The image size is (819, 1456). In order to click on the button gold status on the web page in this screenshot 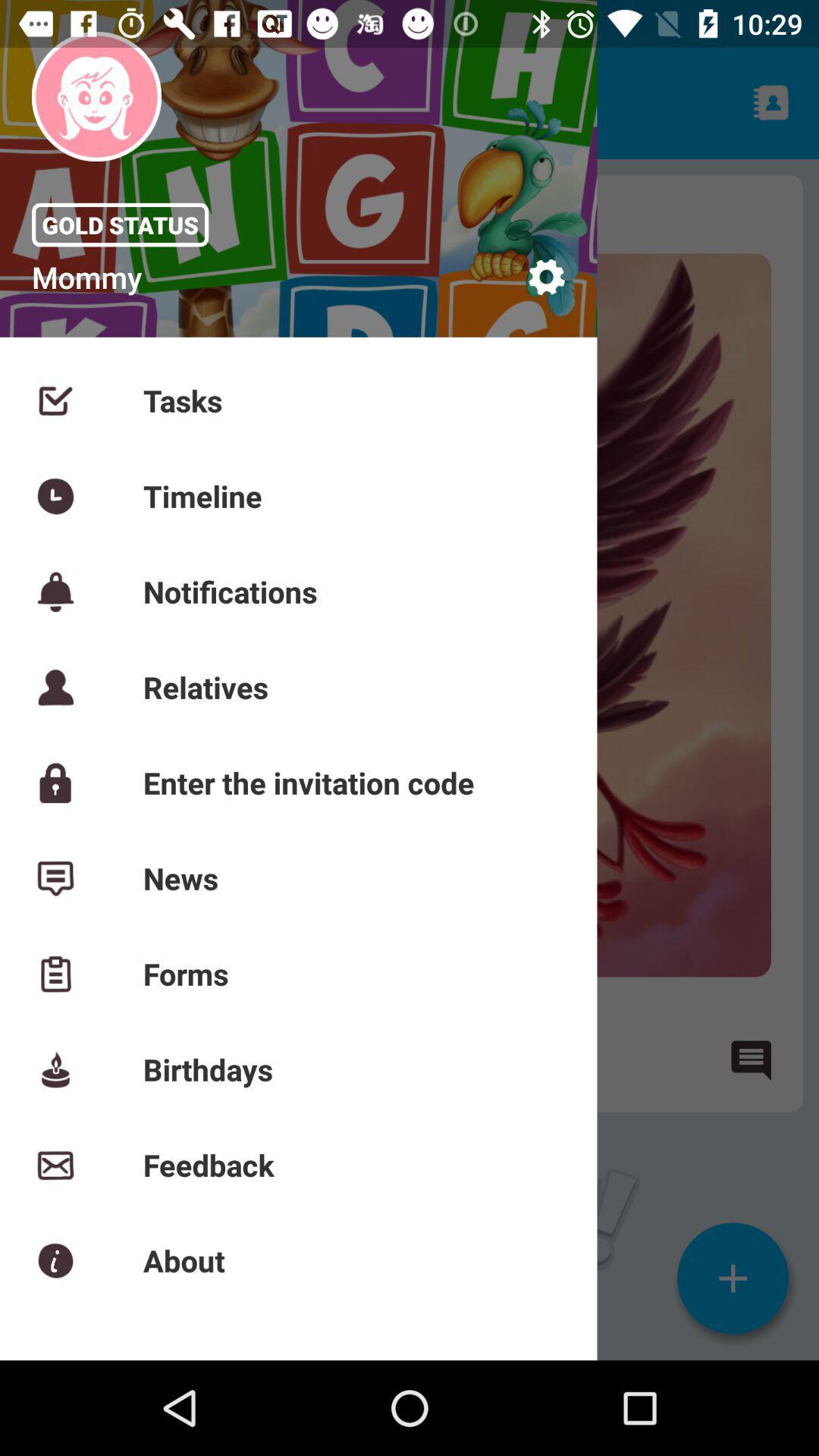, I will do `click(119, 224)`.